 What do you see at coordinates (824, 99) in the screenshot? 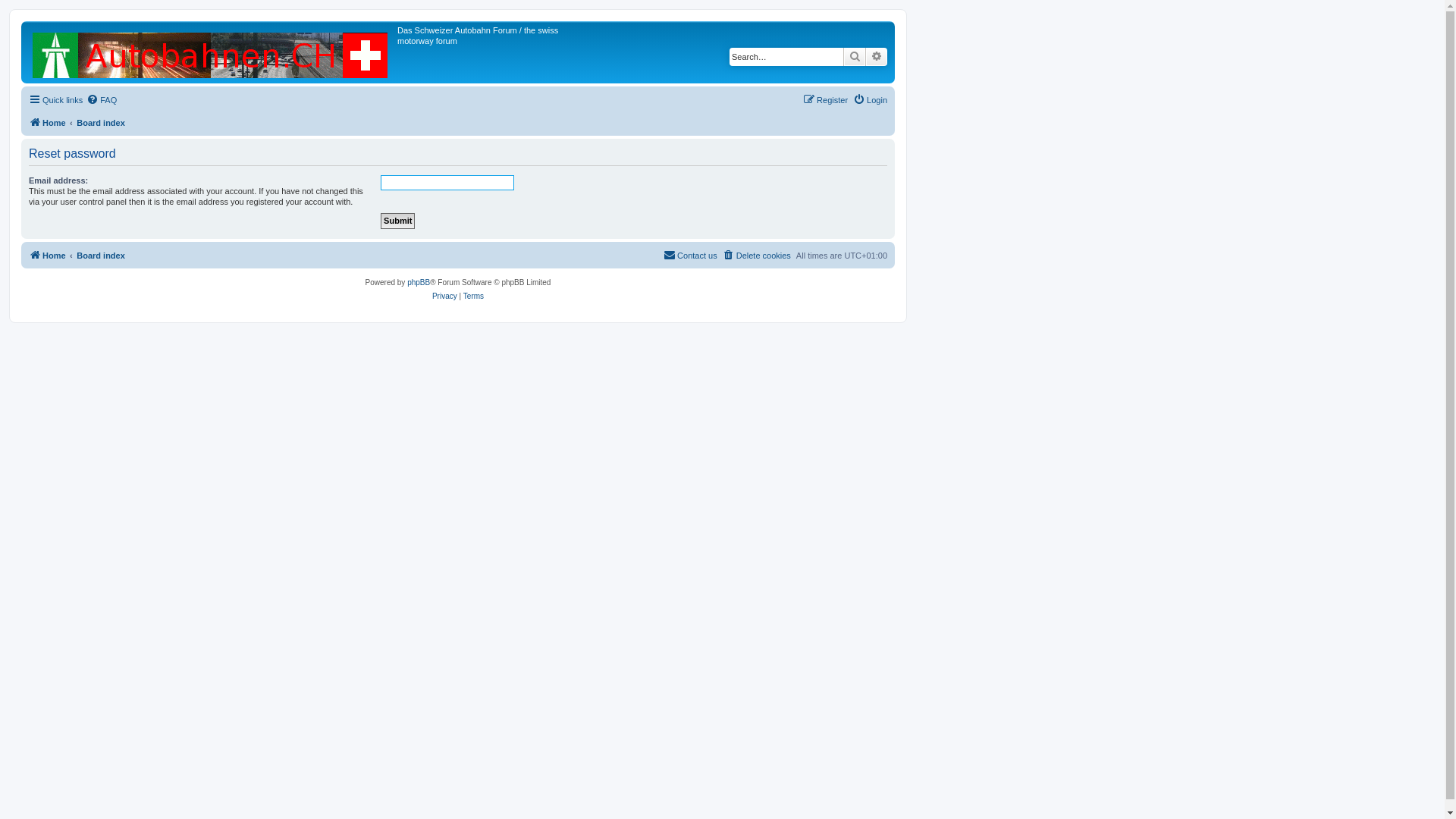
I see `'Register'` at bounding box center [824, 99].